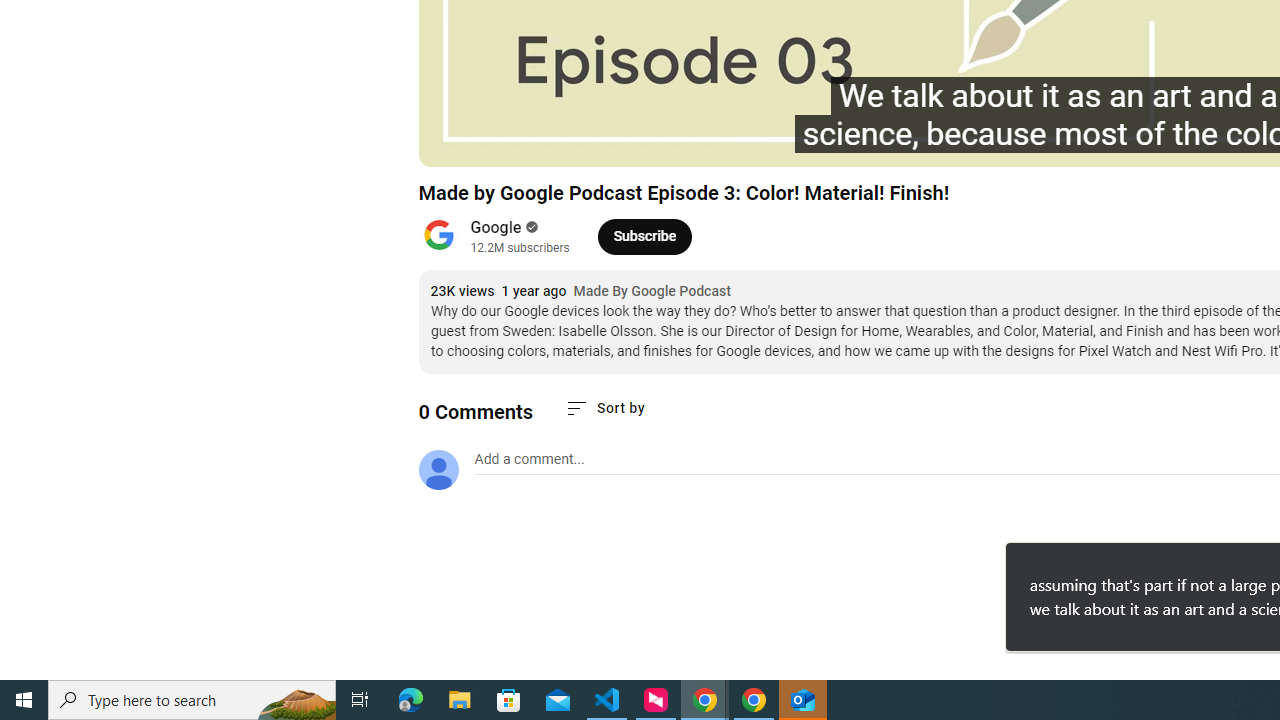 The width and height of the screenshot is (1280, 720). I want to click on 'Type here to search', so click(192, 698).